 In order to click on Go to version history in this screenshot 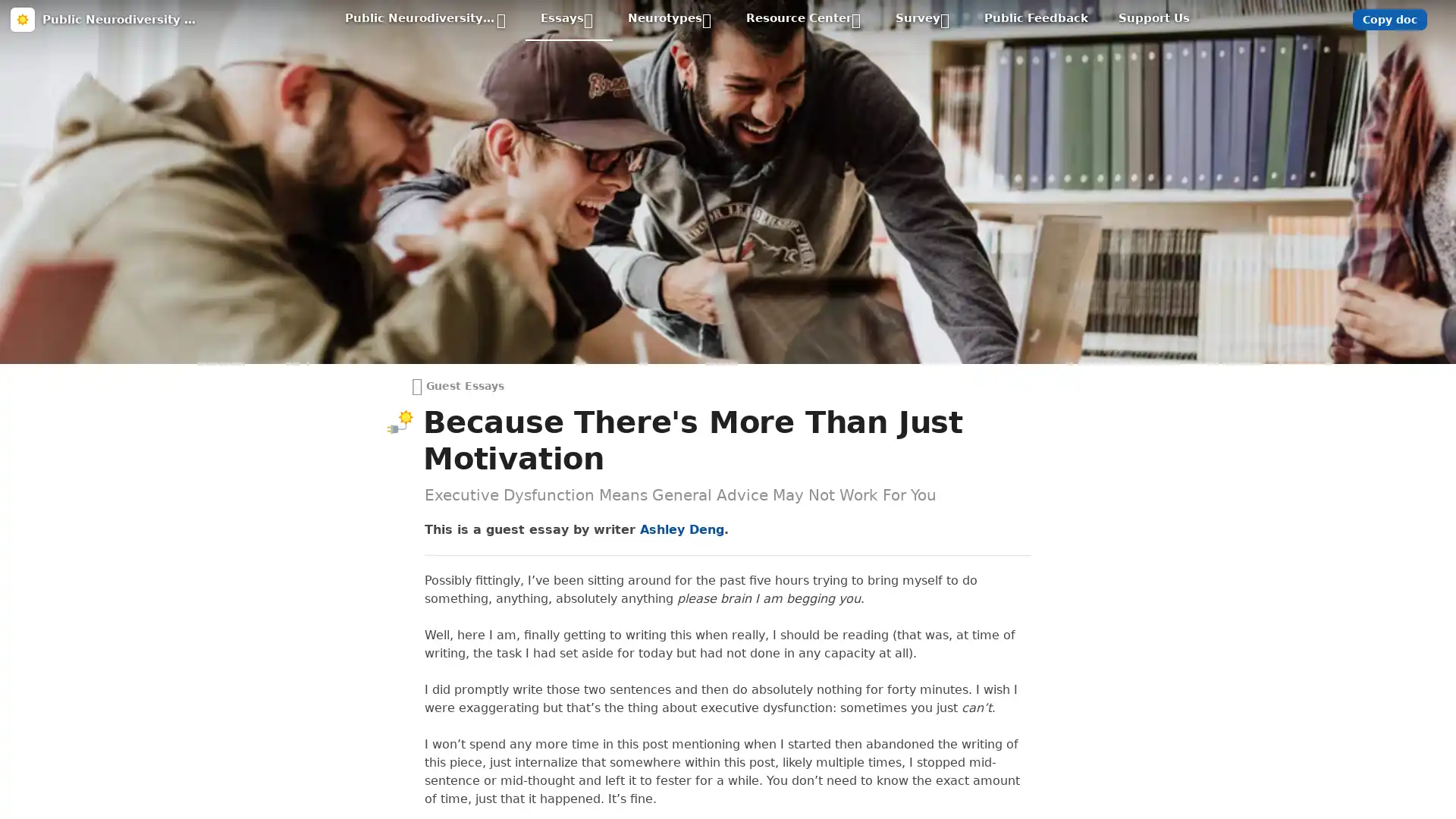, I will do `click(644, 189)`.